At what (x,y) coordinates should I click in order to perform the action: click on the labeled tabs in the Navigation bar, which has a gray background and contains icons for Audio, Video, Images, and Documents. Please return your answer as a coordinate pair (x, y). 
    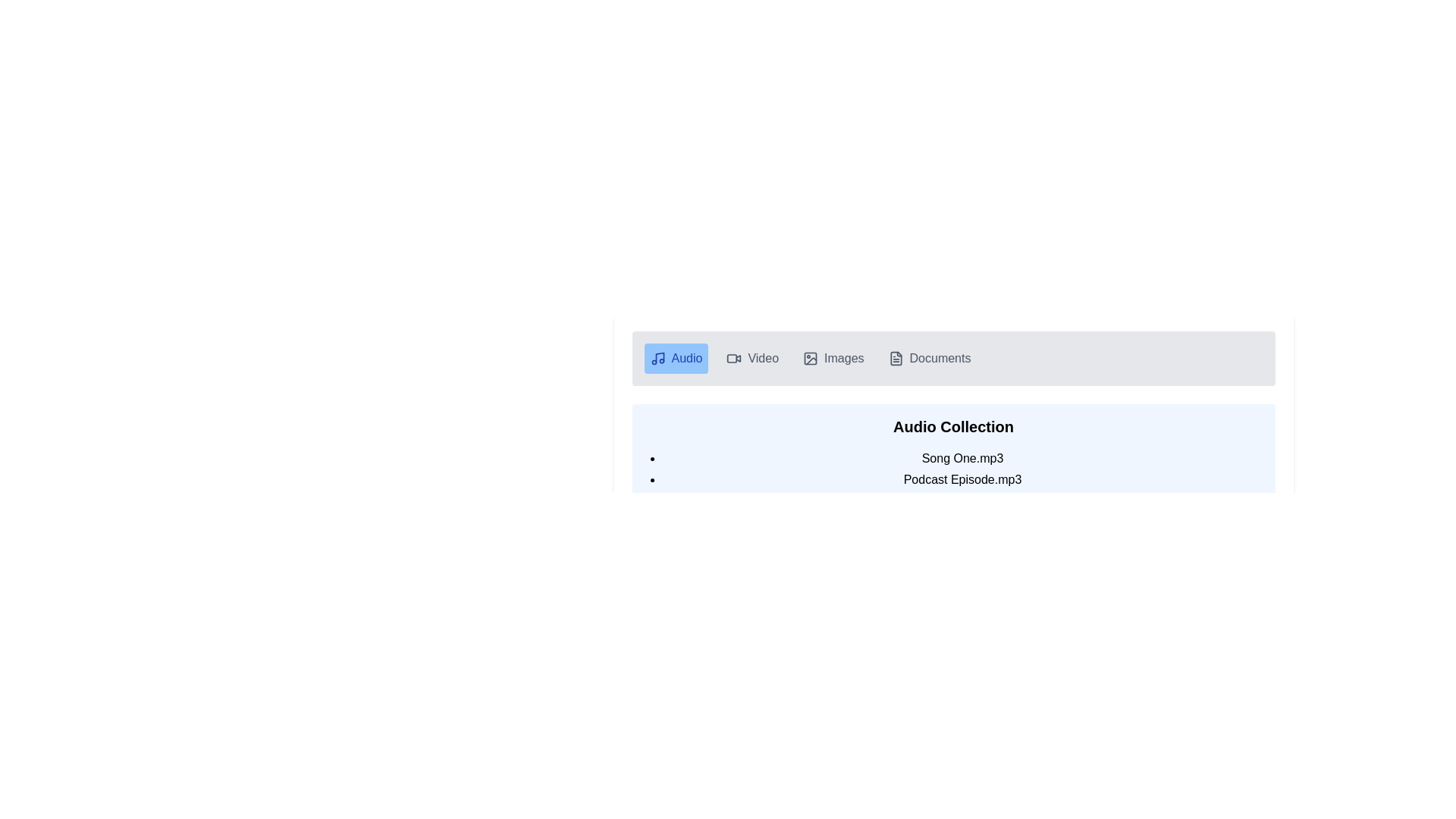
    Looking at the image, I should click on (952, 359).